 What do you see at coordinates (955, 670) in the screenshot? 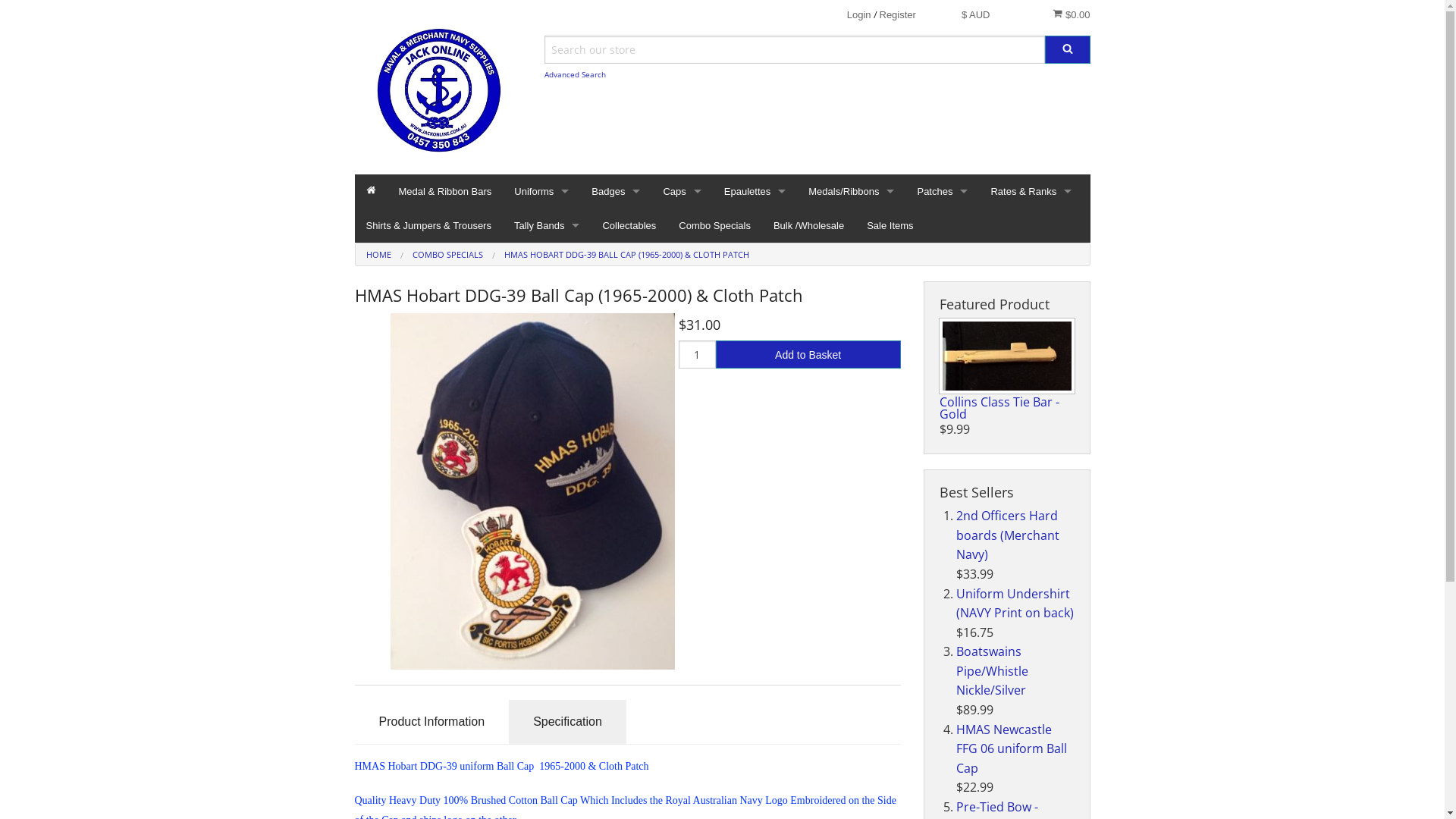
I see `'Boatswains Pipe/Whistle Nickle/Silver'` at bounding box center [955, 670].